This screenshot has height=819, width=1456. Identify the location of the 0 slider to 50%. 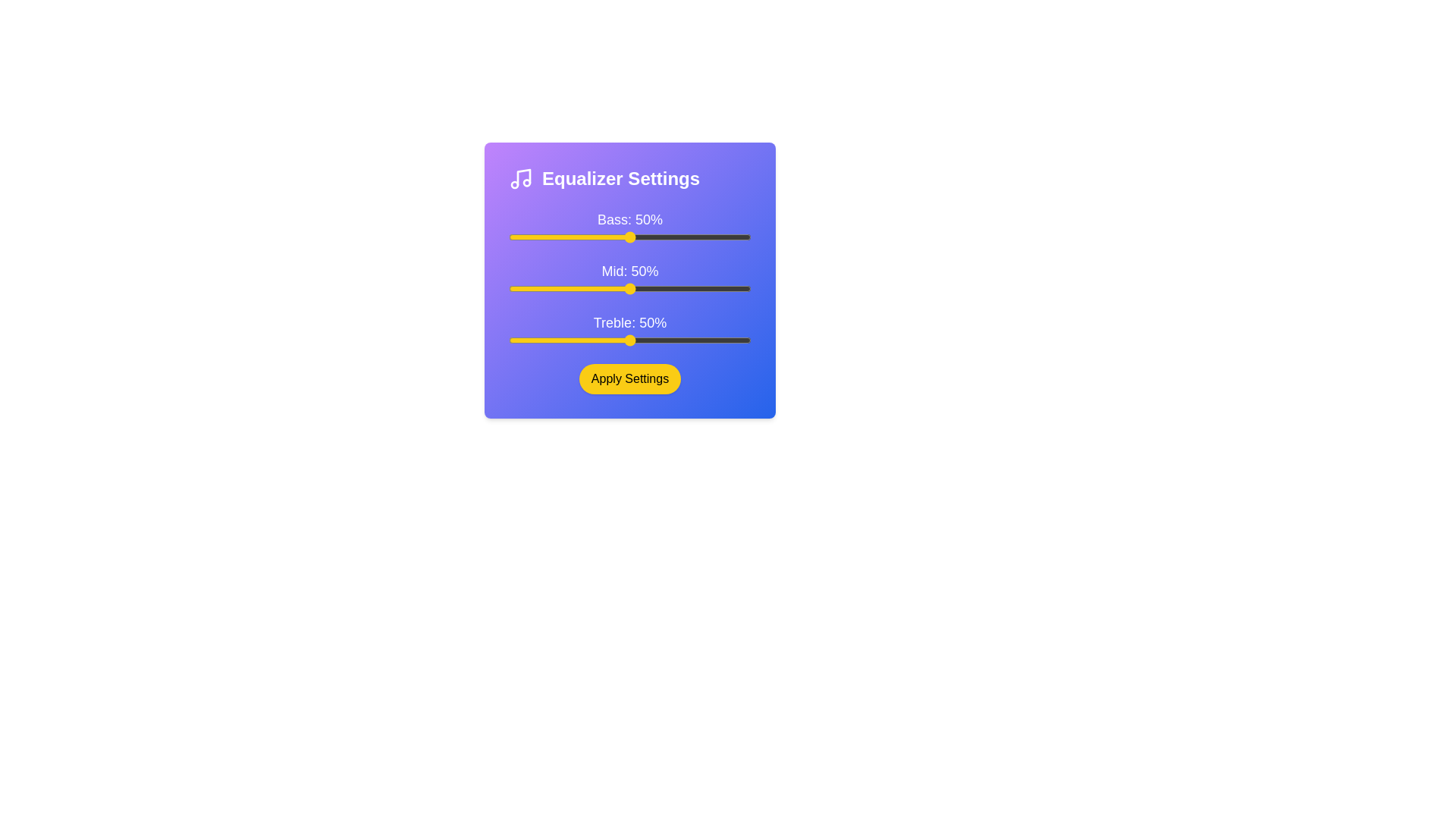
(751, 237).